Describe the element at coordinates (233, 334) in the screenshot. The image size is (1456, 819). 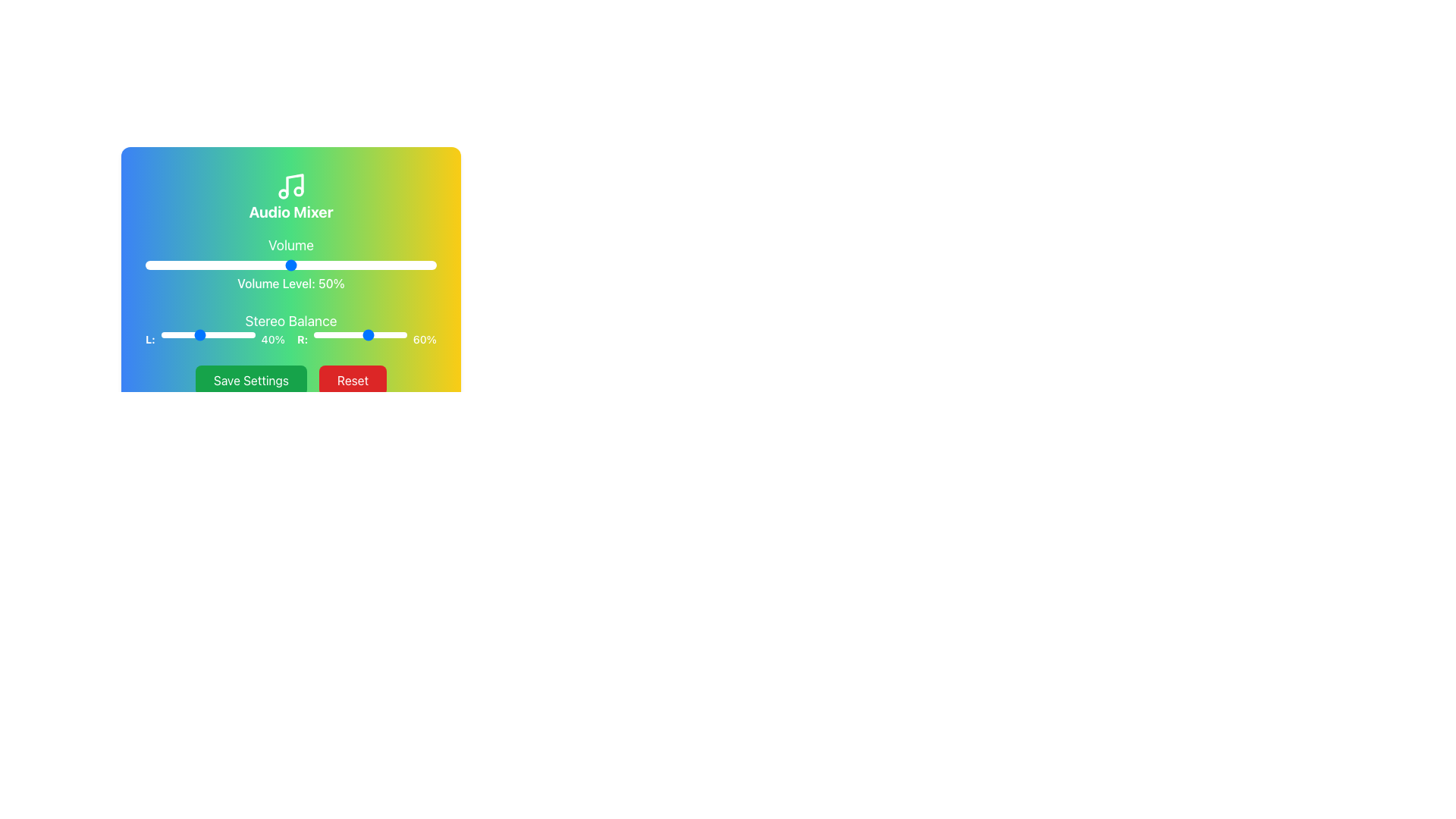
I see `the slider` at that location.